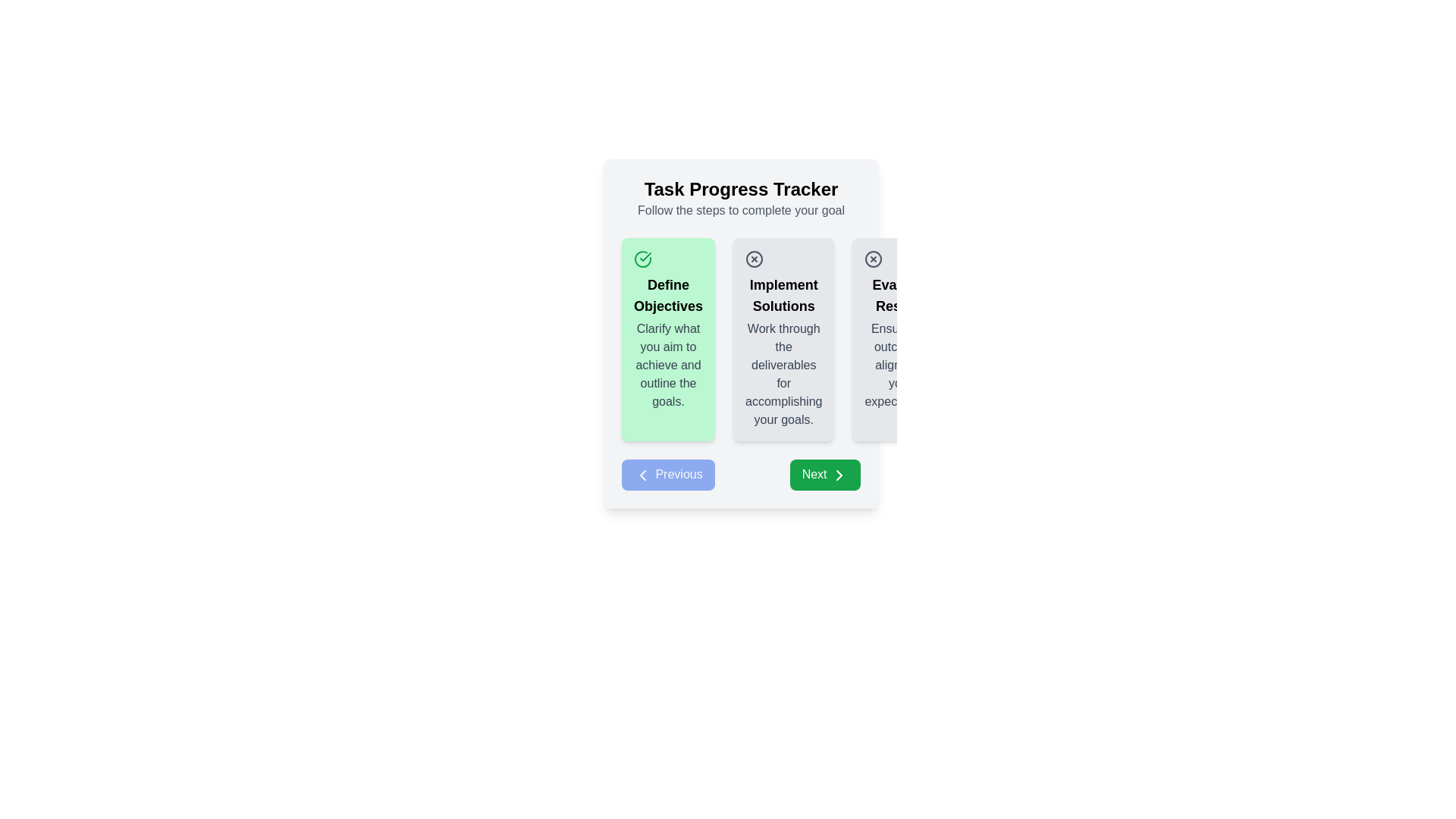 Image resolution: width=1456 pixels, height=819 pixels. What do you see at coordinates (839, 473) in the screenshot?
I see `the arrow icon located in the center of the green 'Next' button in the bottom-right corner of the interface` at bounding box center [839, 473].